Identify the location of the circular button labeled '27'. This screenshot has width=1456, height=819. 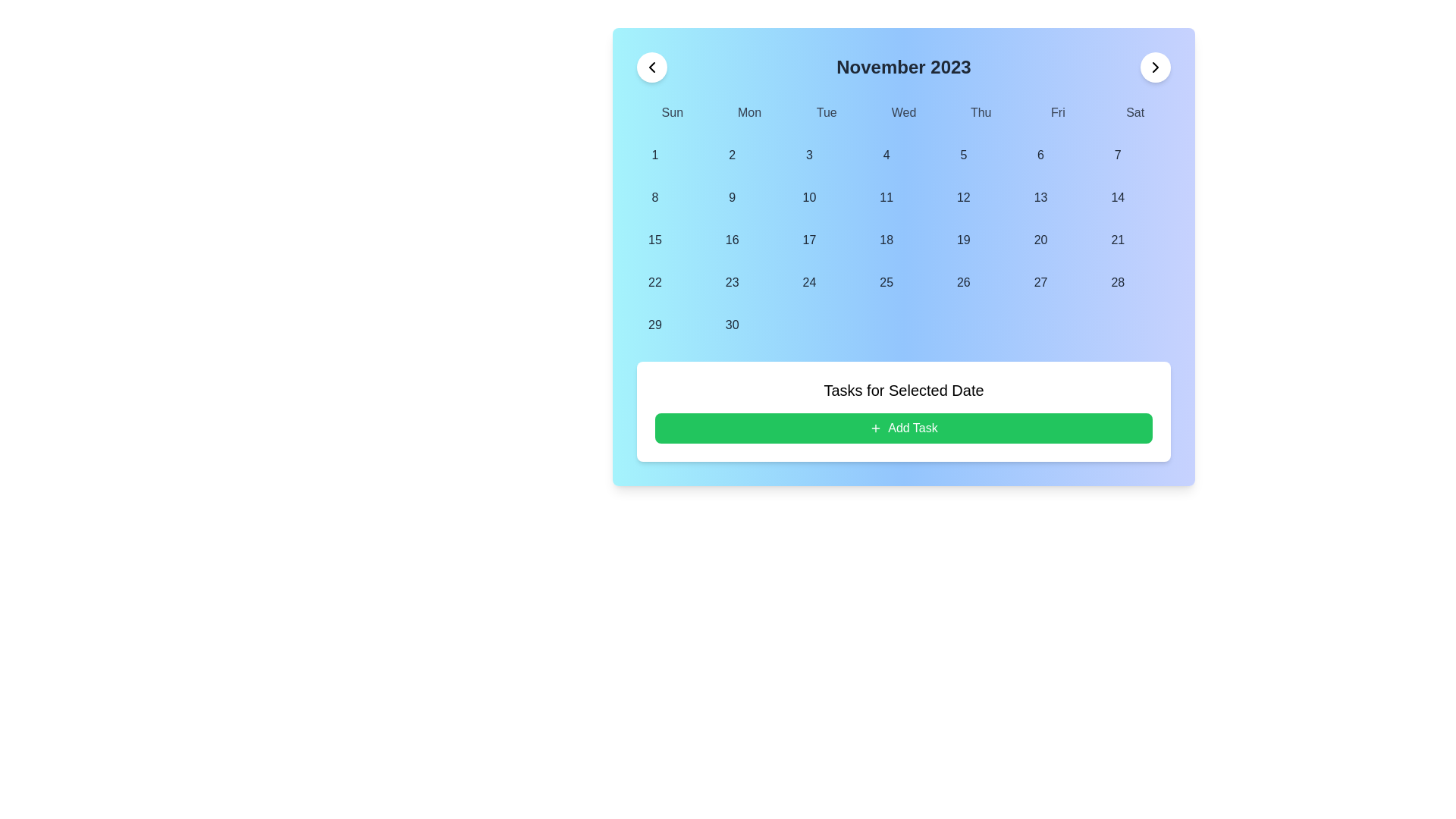
(1040, 283).